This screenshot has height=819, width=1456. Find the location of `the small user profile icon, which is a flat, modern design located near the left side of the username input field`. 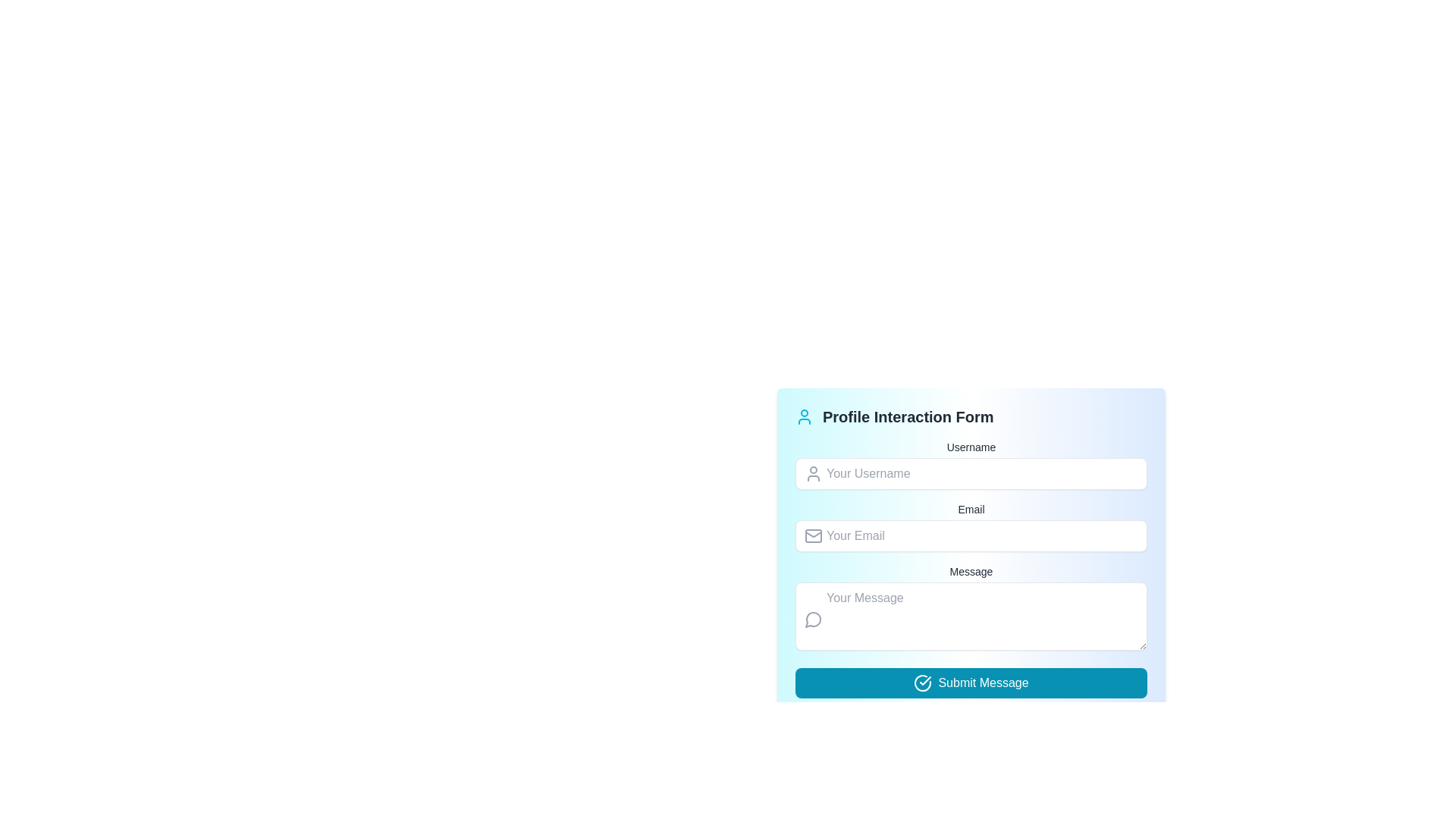

the small user profile icon, which is a flat, modern design located near the left side of the username input field is located at coordinates (813, 472).